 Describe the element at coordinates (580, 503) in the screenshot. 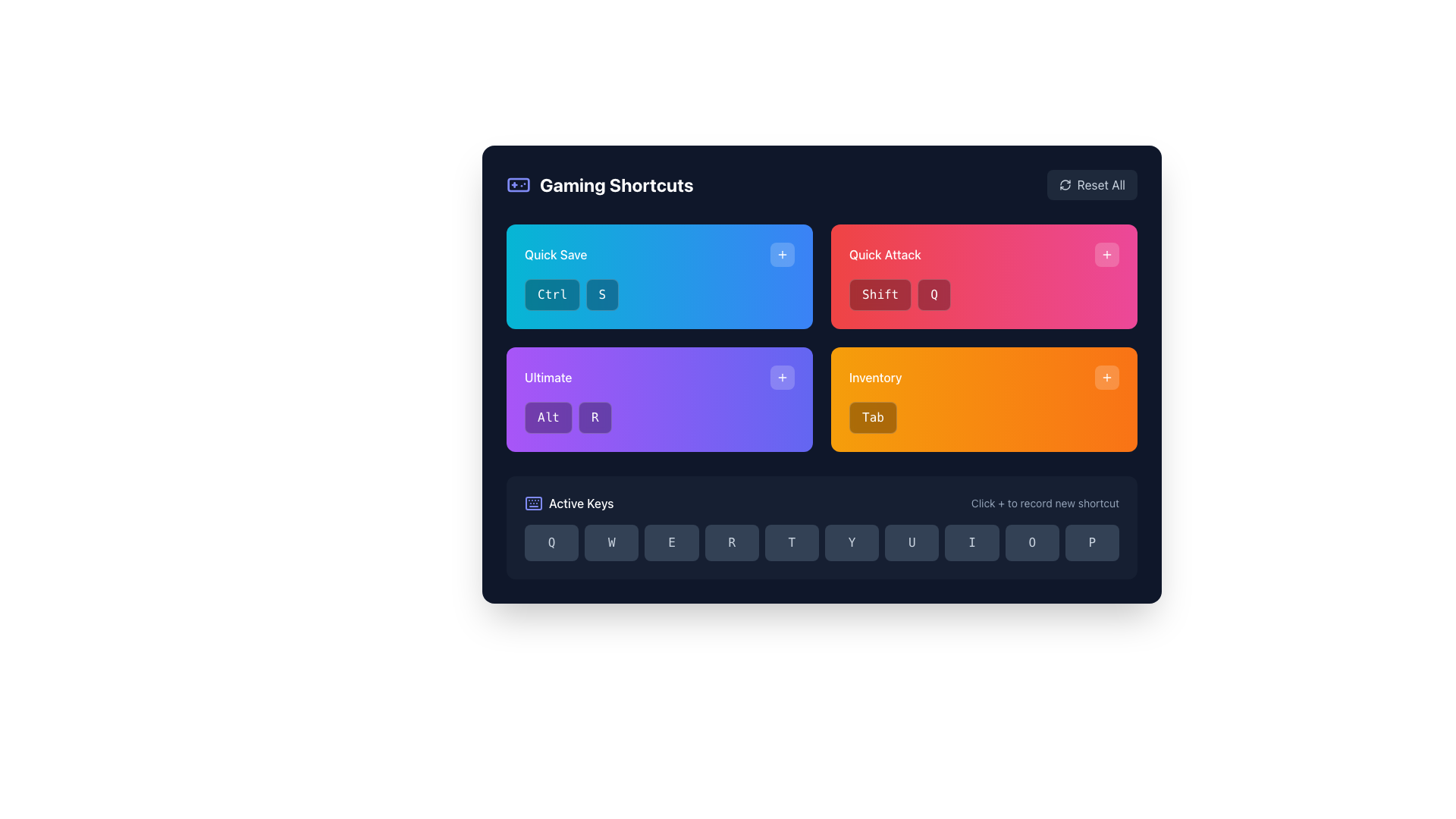

I see `the text label reading 'Active Keys', which is styled with a white font color and medium boldness, positioned on a dark blue rectangular background, located in the bottom left section of the primary area, directly to the right of a keyboard icon` at that location.